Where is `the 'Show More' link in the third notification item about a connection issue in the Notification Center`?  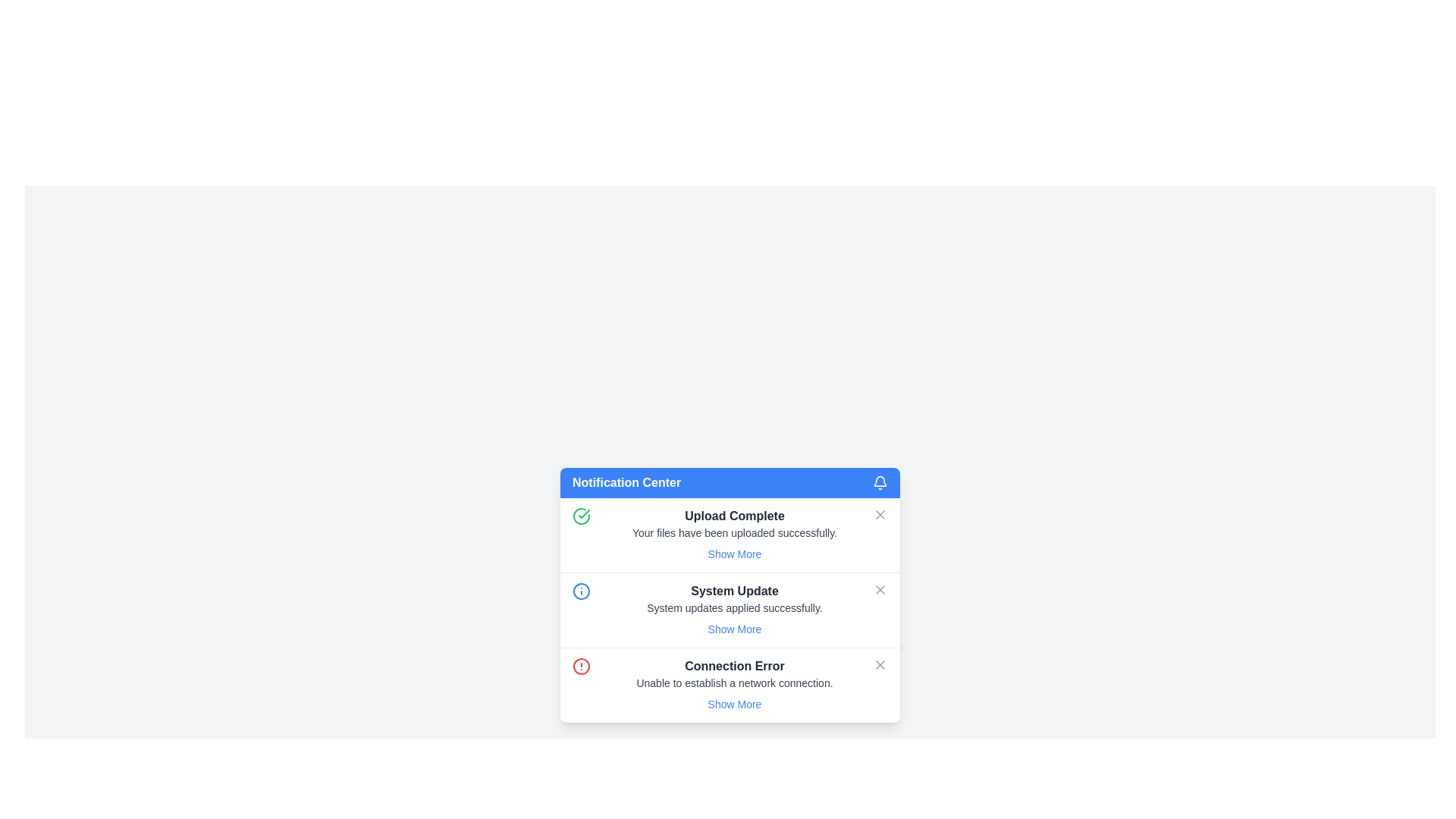
the 'Show More' link in the third notification item about a connection issue in the Notification Center is located at coordinates (735, 685).